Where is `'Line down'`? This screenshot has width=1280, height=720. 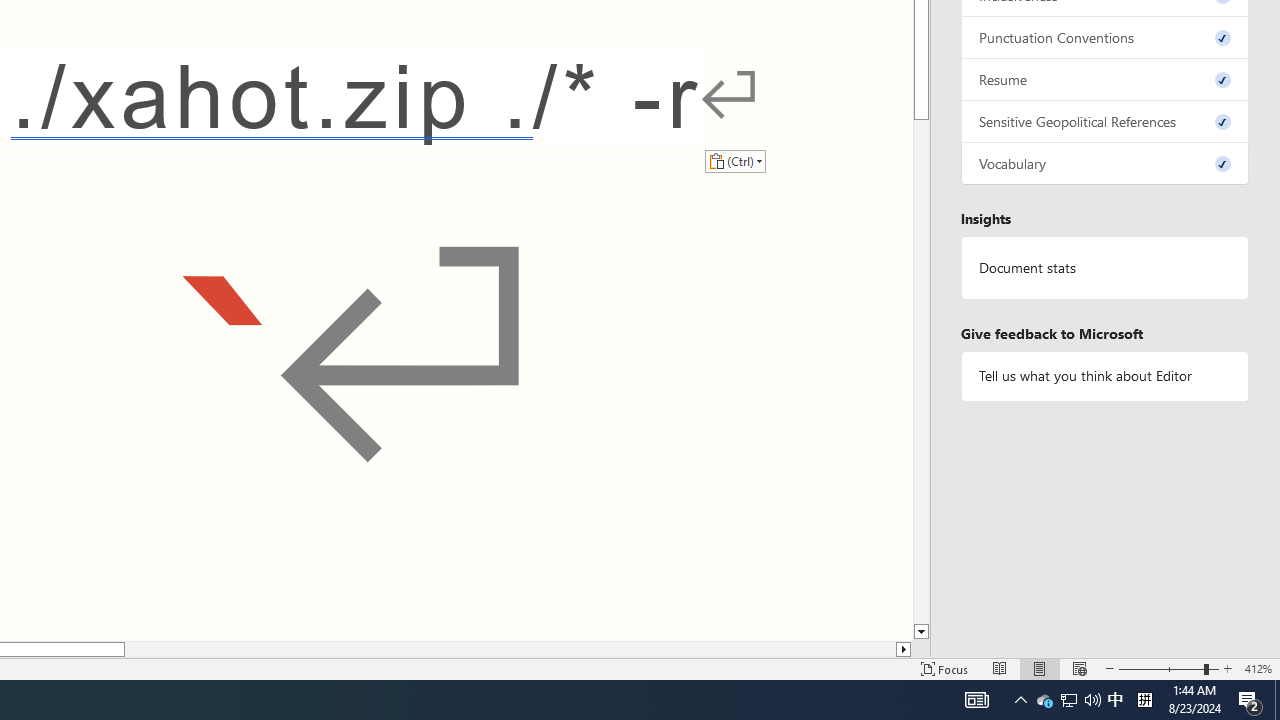 'Line down' is located at coordinates (920, 632).